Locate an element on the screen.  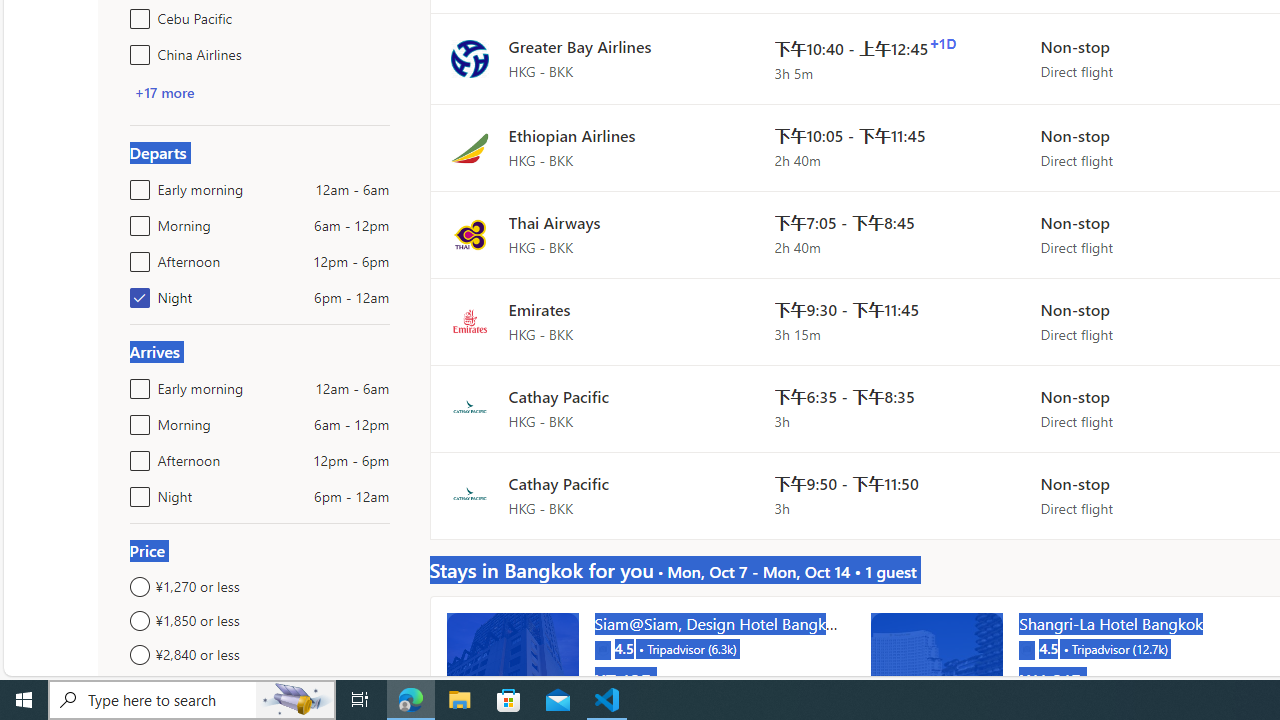
'Night6pm - 12am' is located at coordinates (135, 492).